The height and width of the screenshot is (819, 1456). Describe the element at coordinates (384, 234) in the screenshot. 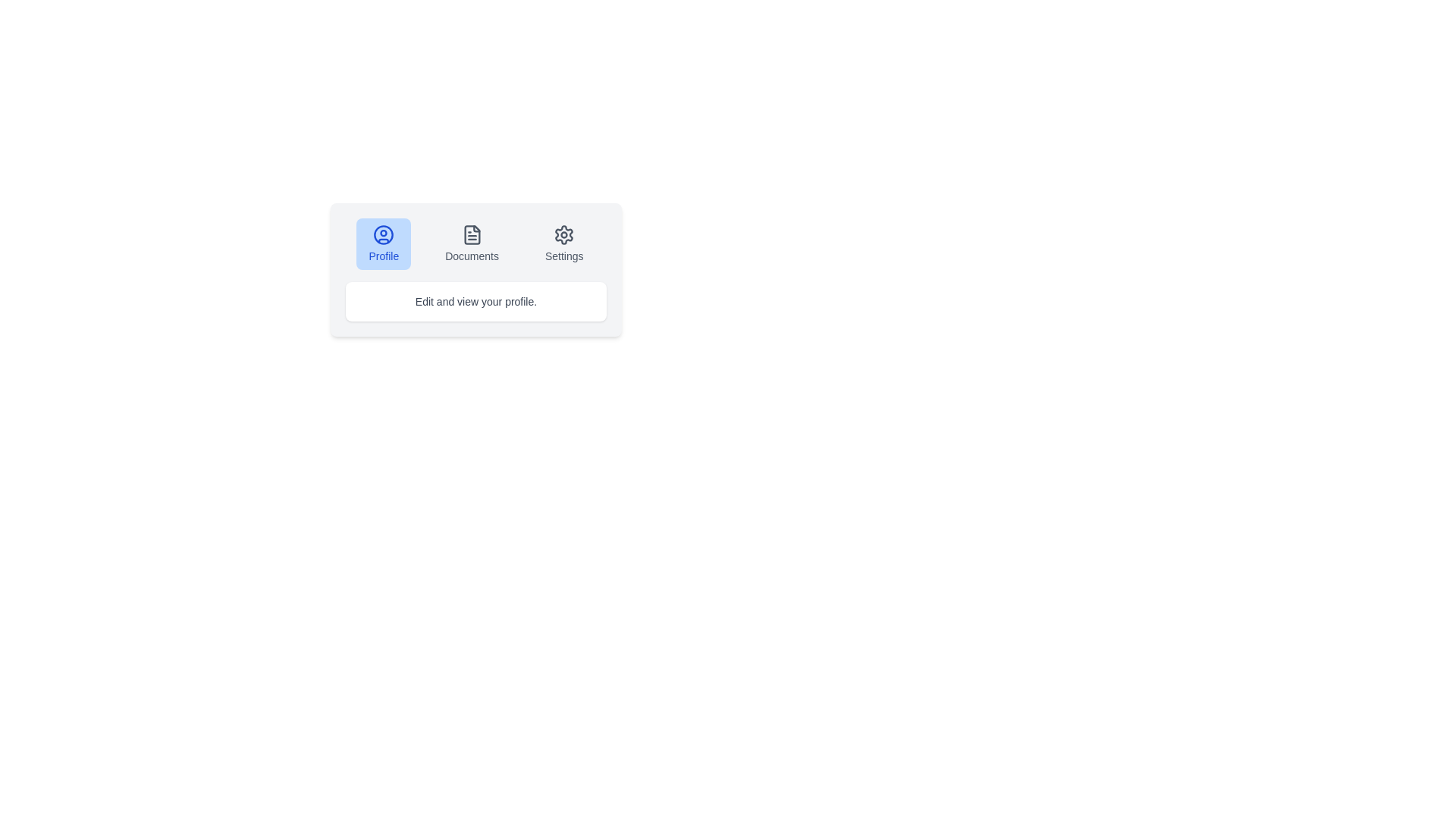

I see `the 'Profile' icon, which visually represents user account options and is located above the 'Profile' label in the first section of the options row` at that location.